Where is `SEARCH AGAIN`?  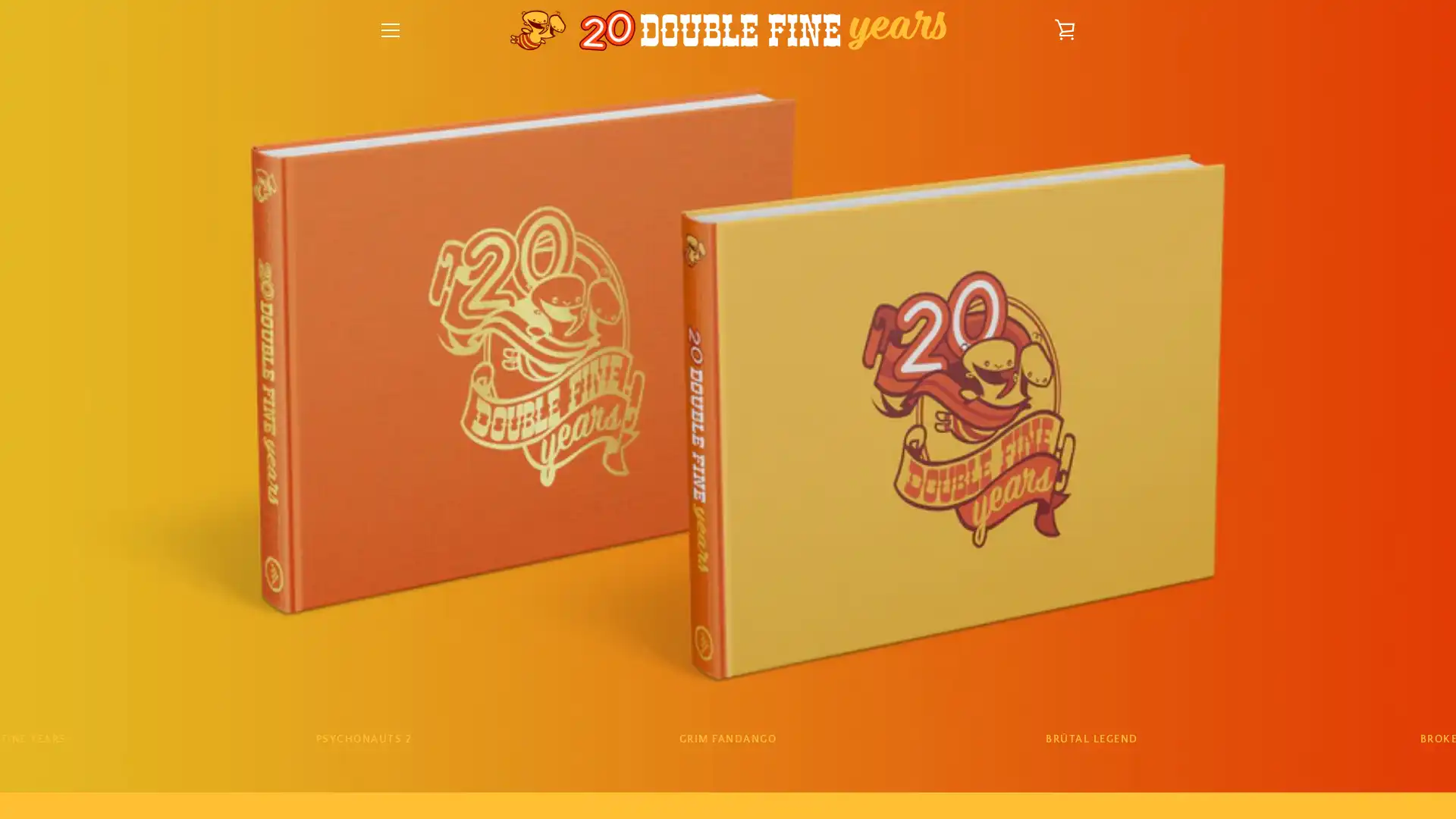
SEARCH AGAIN is located at coordinates (799, 598).